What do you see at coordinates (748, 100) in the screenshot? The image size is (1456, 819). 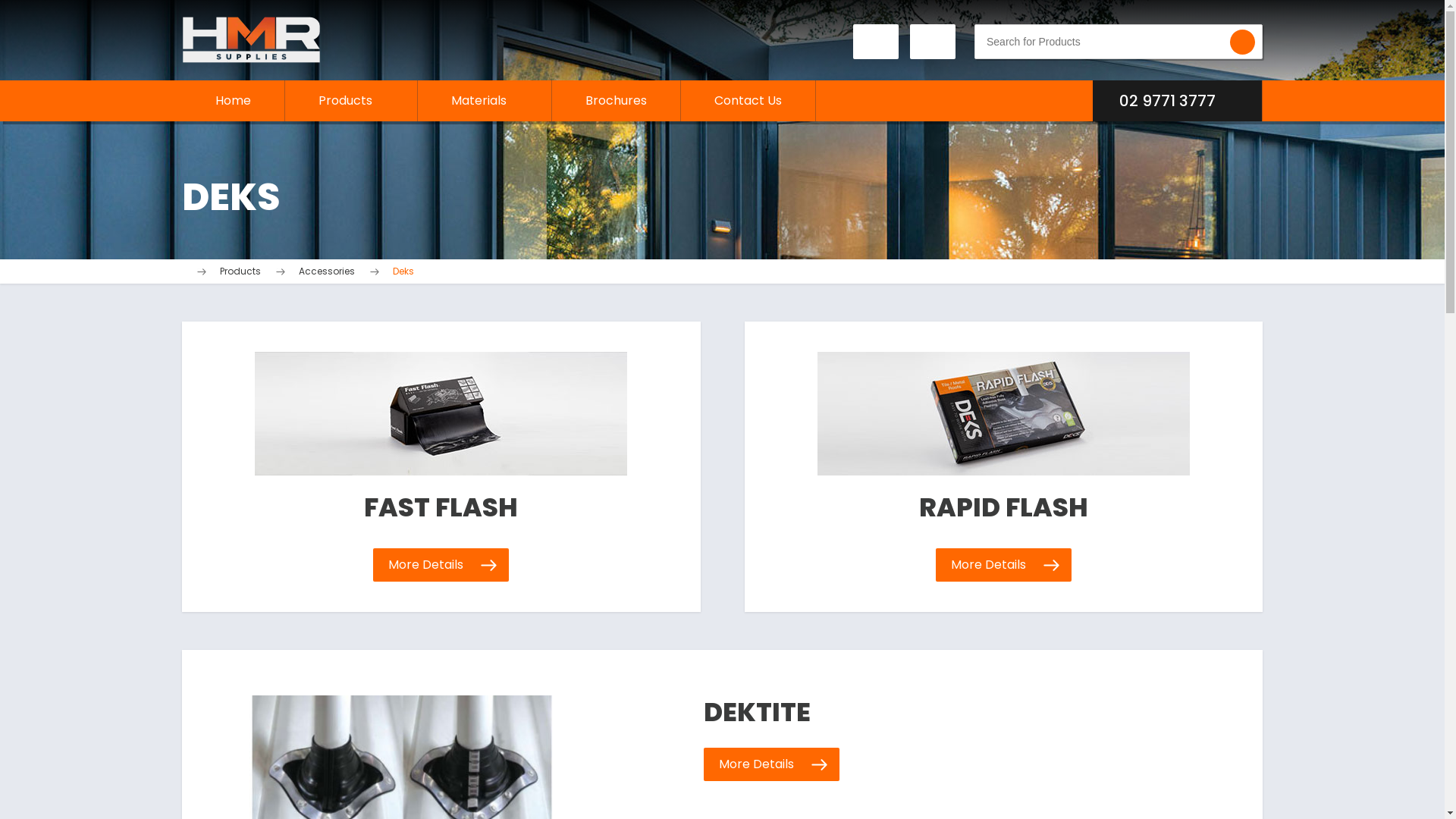 I see `'Contact Us'` at bounding box center [748, 100].